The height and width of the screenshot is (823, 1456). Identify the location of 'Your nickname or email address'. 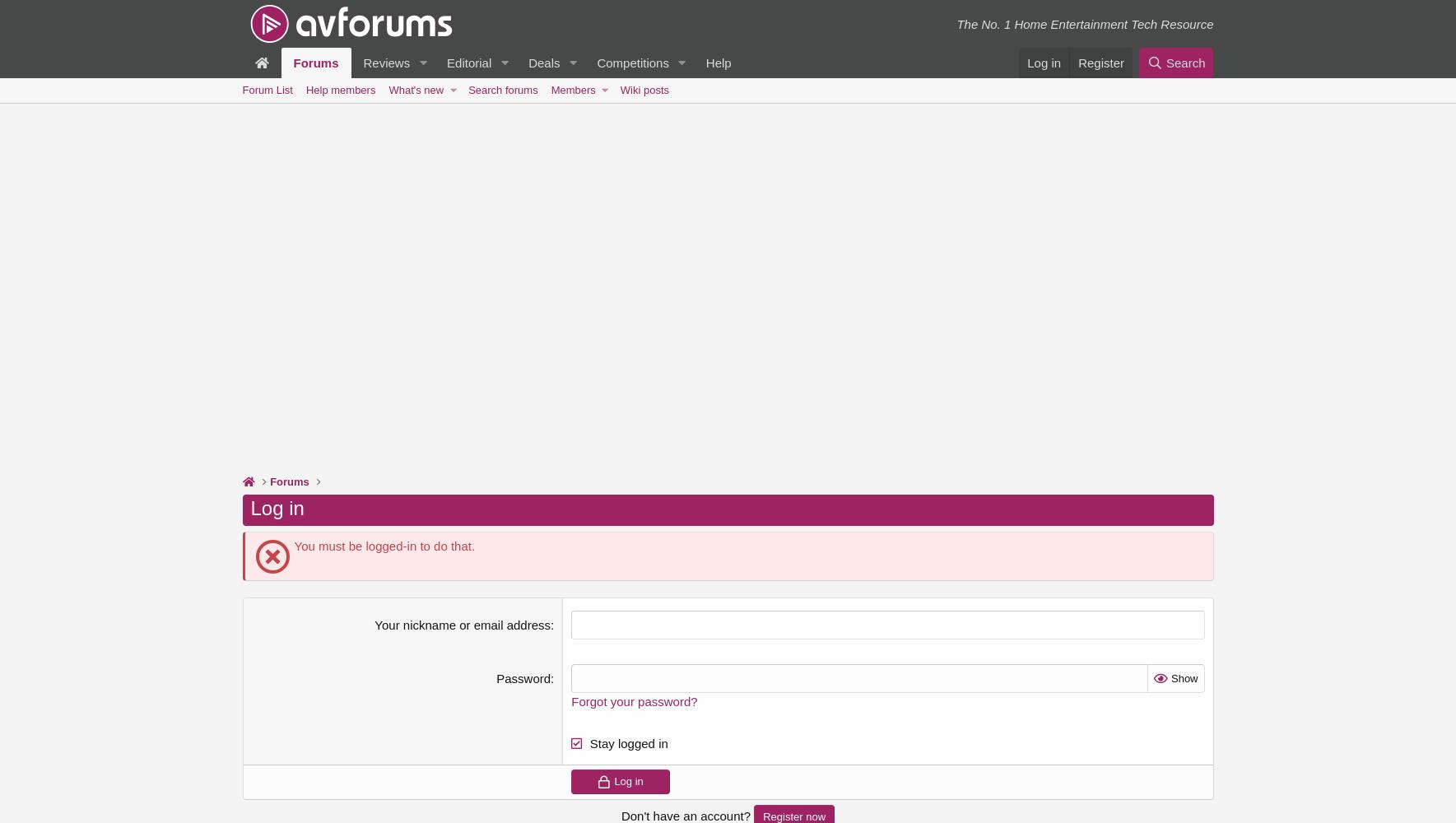
(463, 625).